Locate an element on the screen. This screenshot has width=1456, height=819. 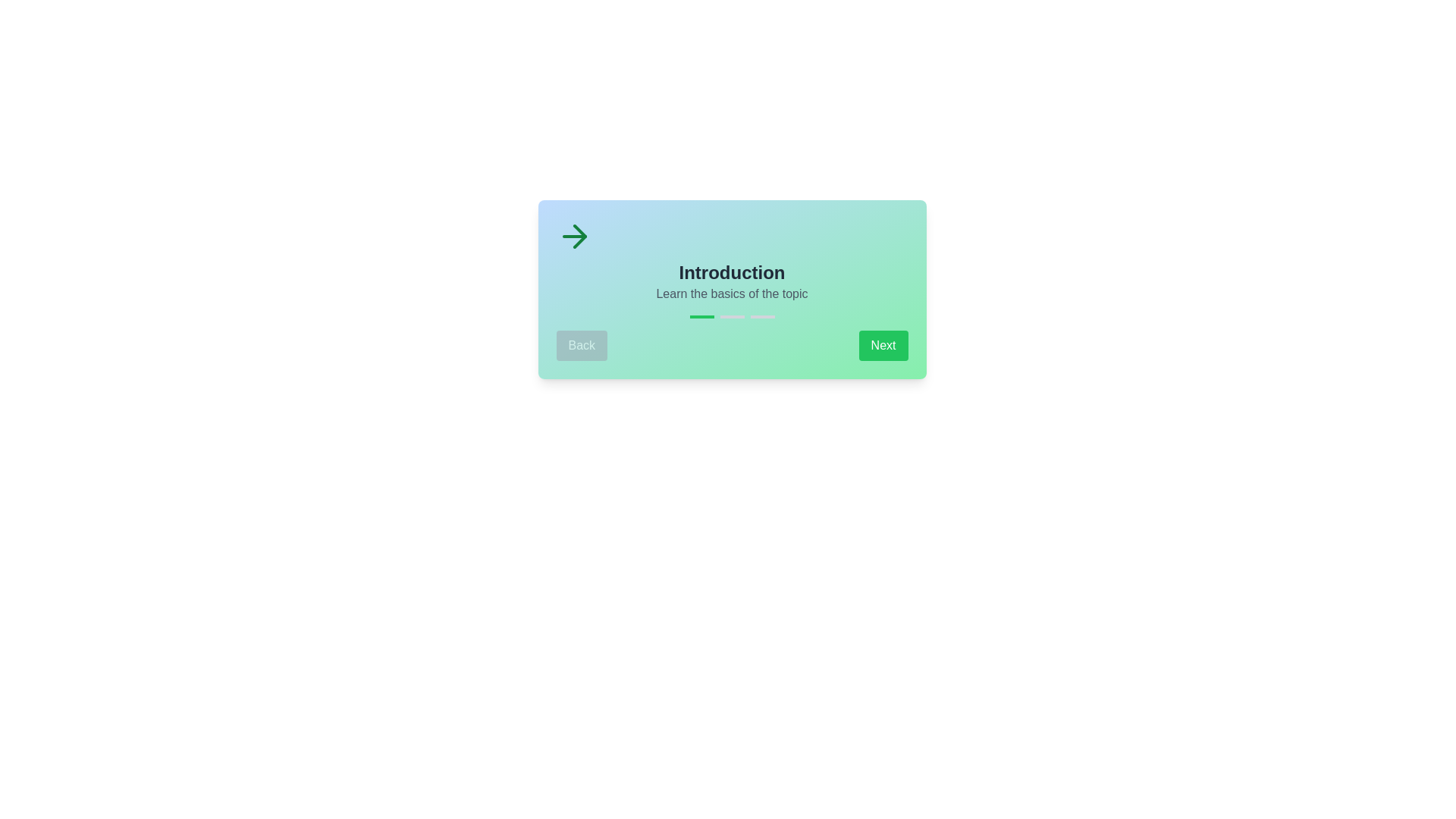
the arrow icon to trigger its associated action is located at coordinates (573, 237).